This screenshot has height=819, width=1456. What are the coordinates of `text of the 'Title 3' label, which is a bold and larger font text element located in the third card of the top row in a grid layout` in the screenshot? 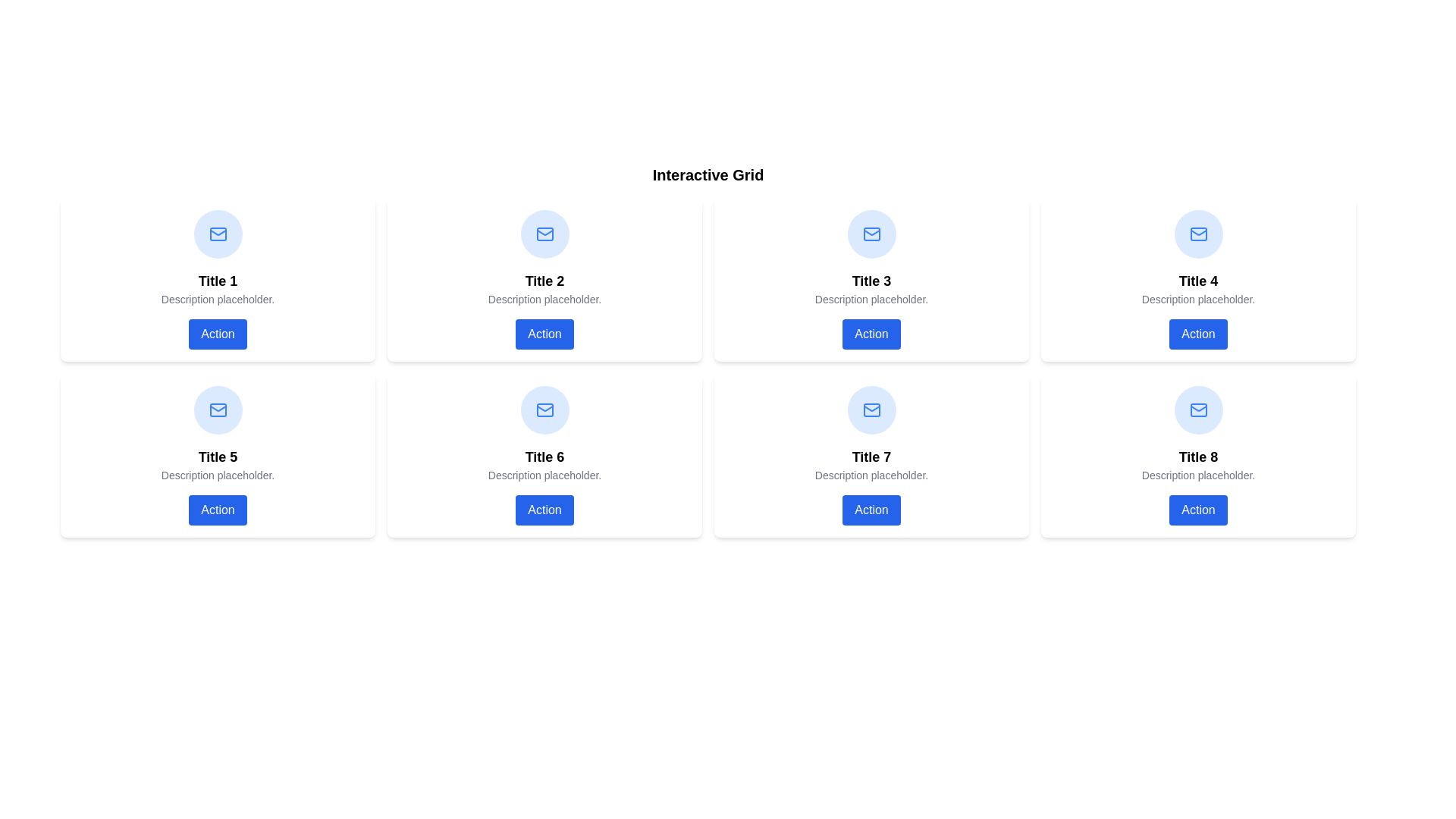 It's located at (871, 281).